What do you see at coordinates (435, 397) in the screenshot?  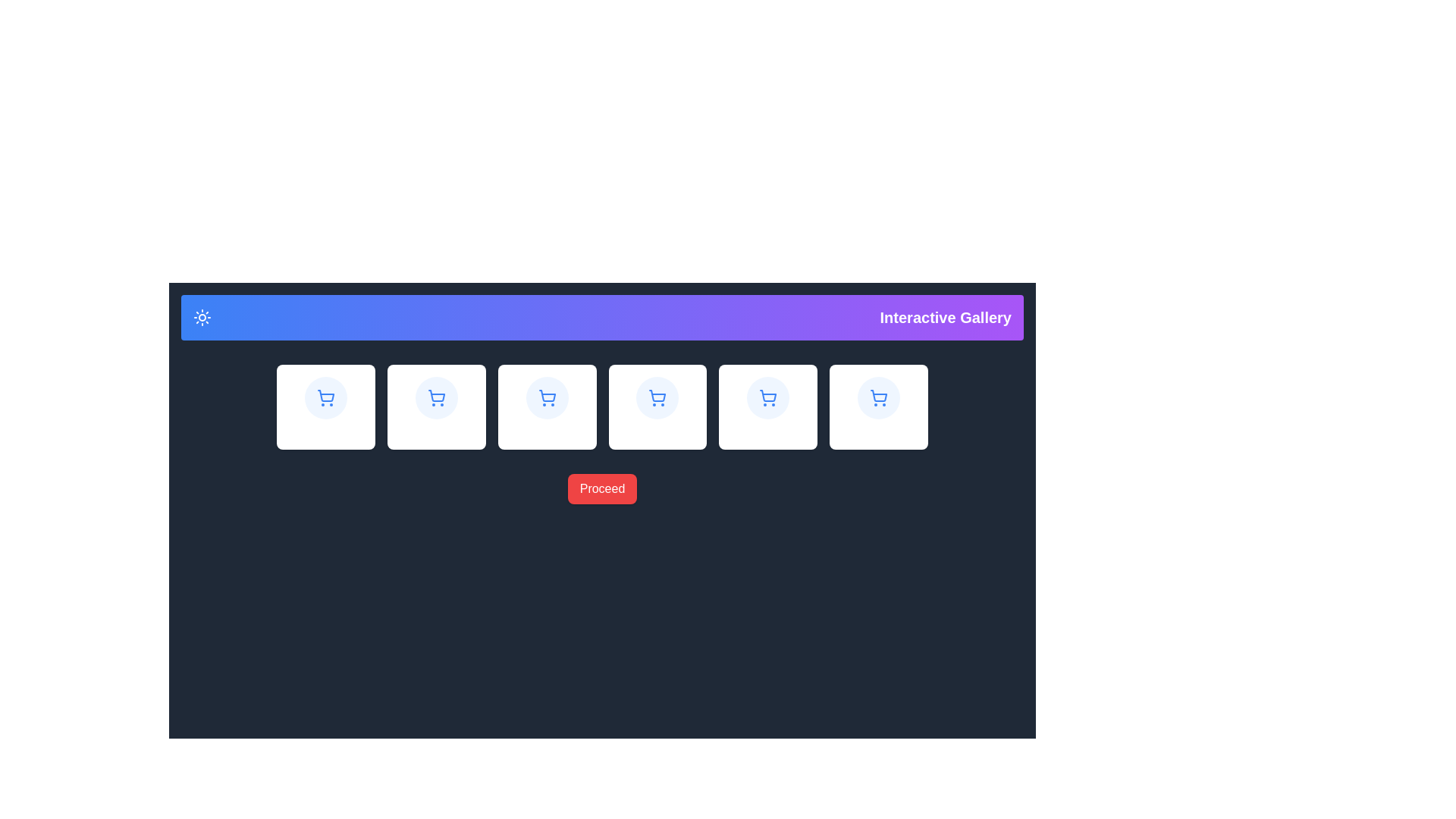 I see `the shopping cart icon, which is a blue outlined icon within a circular button` at bounding box center [435, 397].